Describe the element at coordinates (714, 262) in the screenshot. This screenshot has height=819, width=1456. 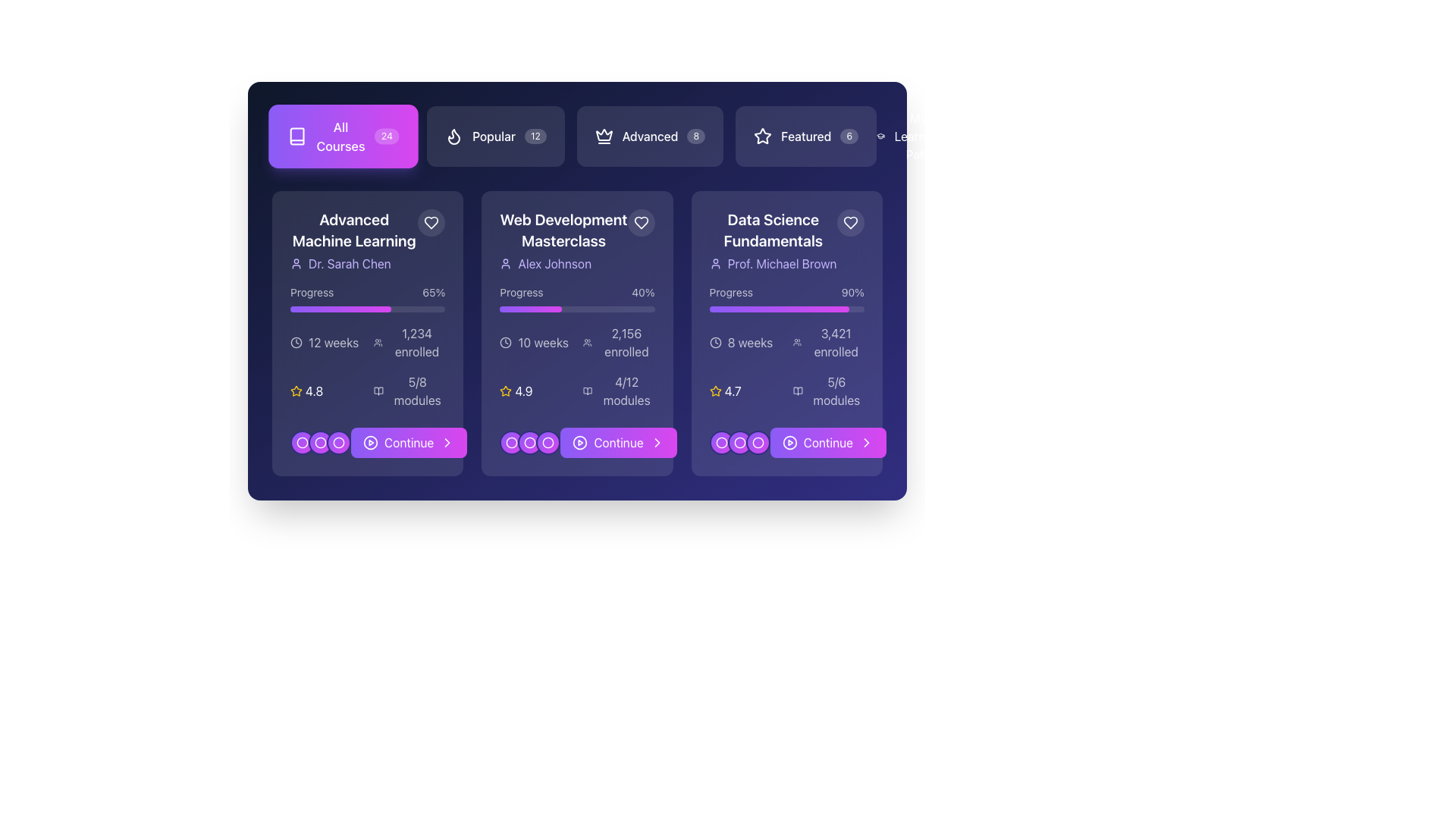
I see `the user icon representing 'Prof. Michael Brown' in the 'Data Science Fundamentals' card` at that location.